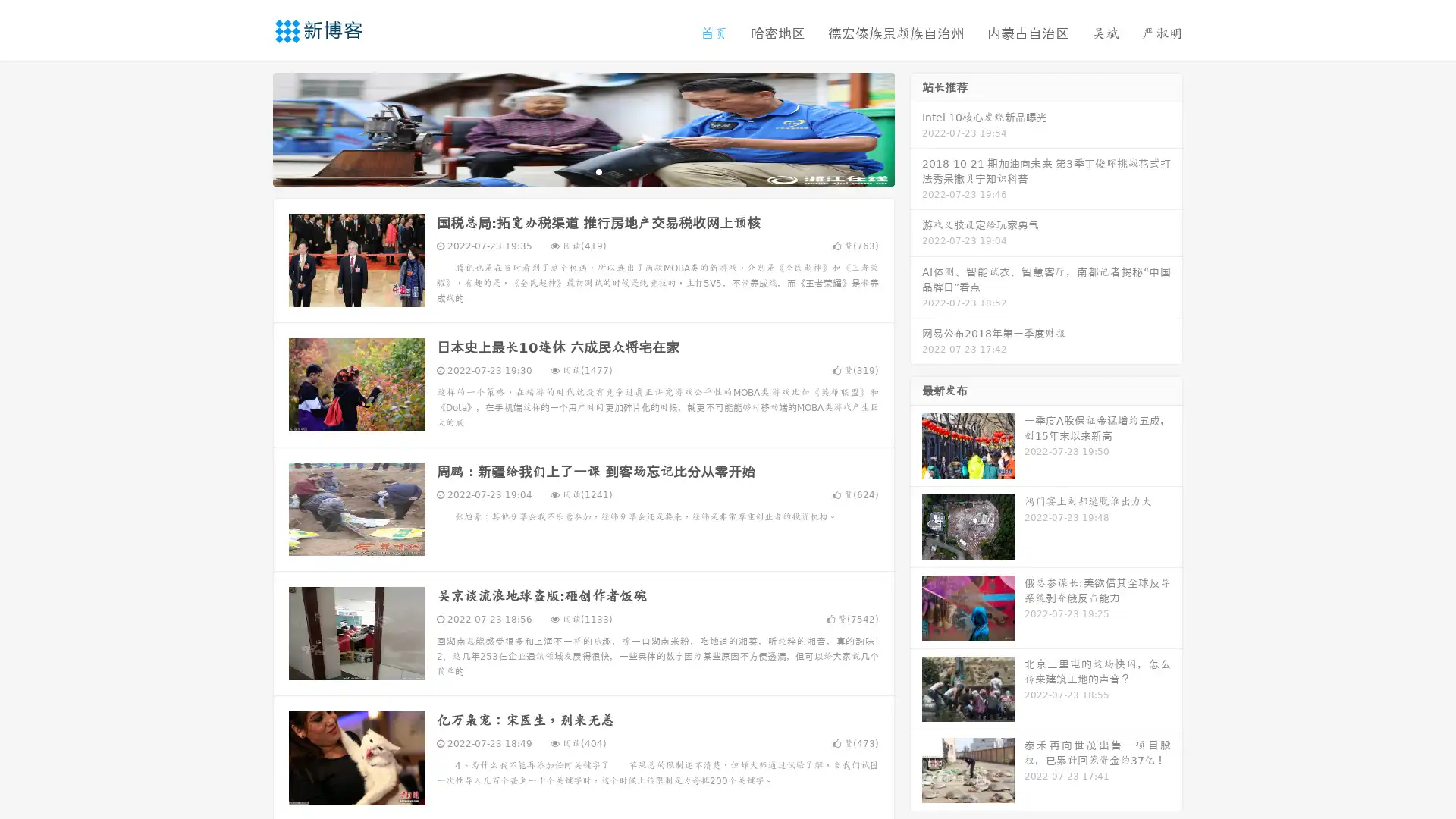 This screenshot has width=1456, height=819. I want to click on Previous slide, so click(250, 127).